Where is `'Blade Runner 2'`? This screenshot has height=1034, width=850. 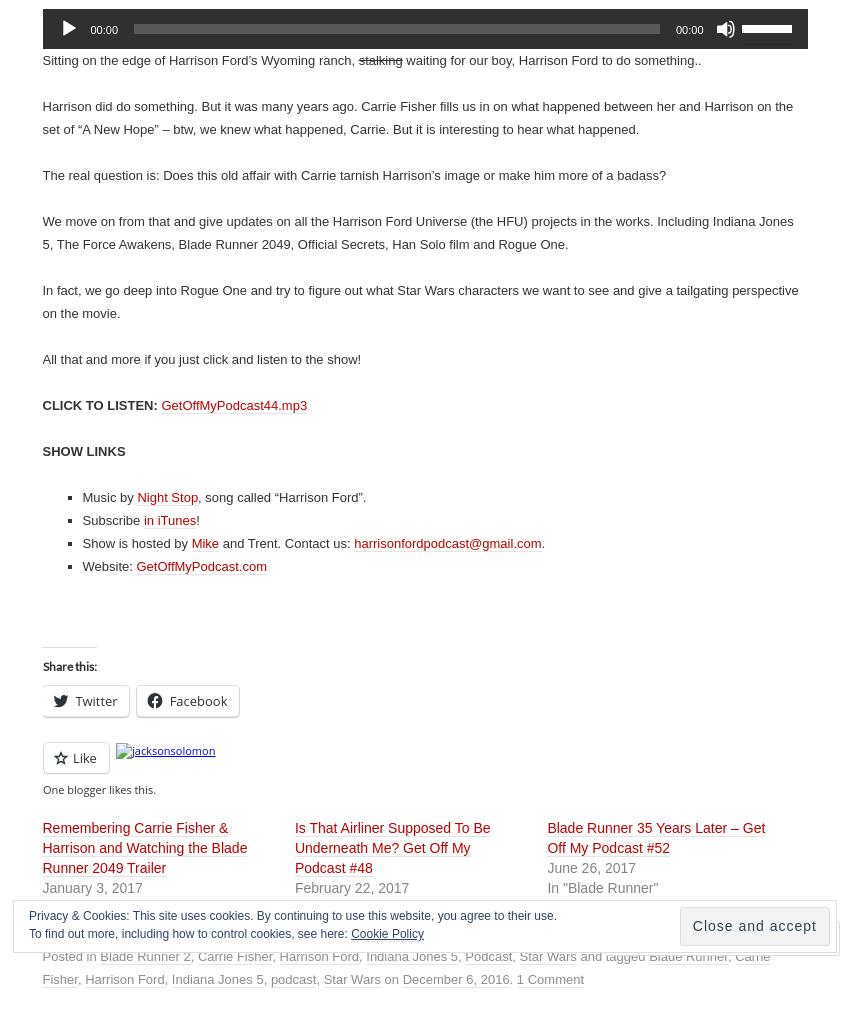 'Blade Runner 2' is located at coordinates (145, 954).